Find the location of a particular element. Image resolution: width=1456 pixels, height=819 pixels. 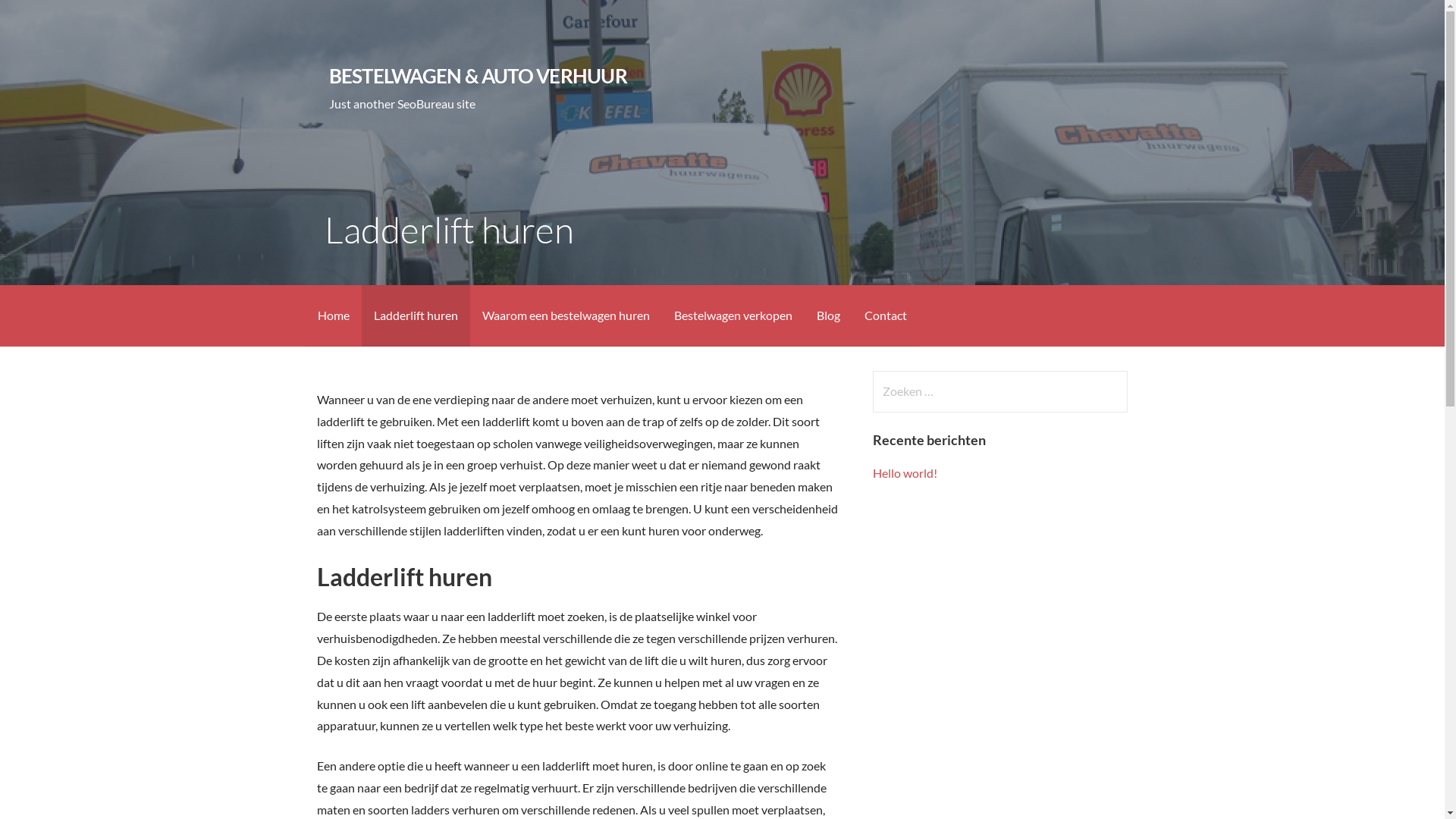

'Blog' is located at coordinates (827, 315).